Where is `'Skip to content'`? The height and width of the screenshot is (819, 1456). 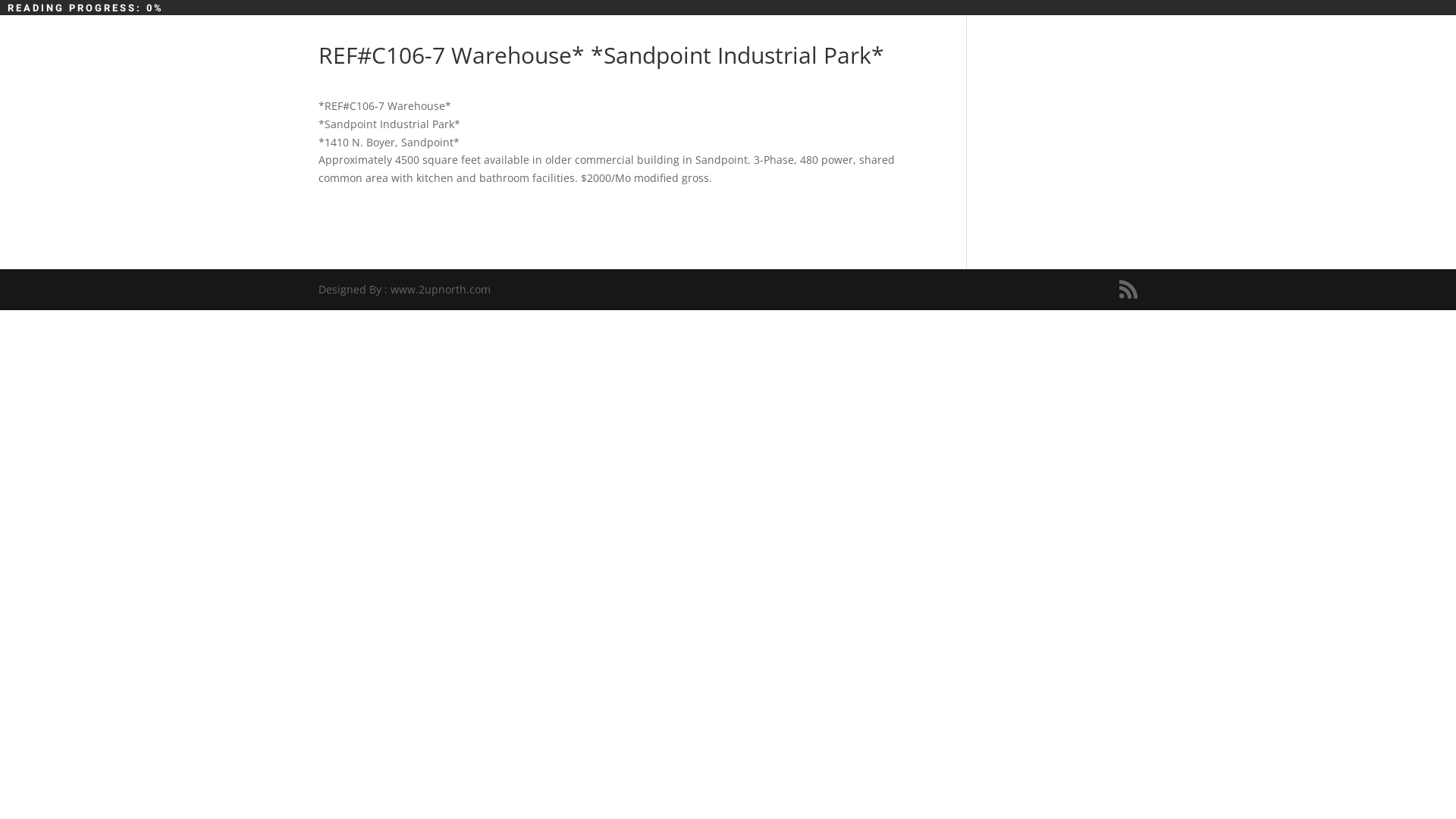
'Skip to content' is located at coordinates (0, 0).